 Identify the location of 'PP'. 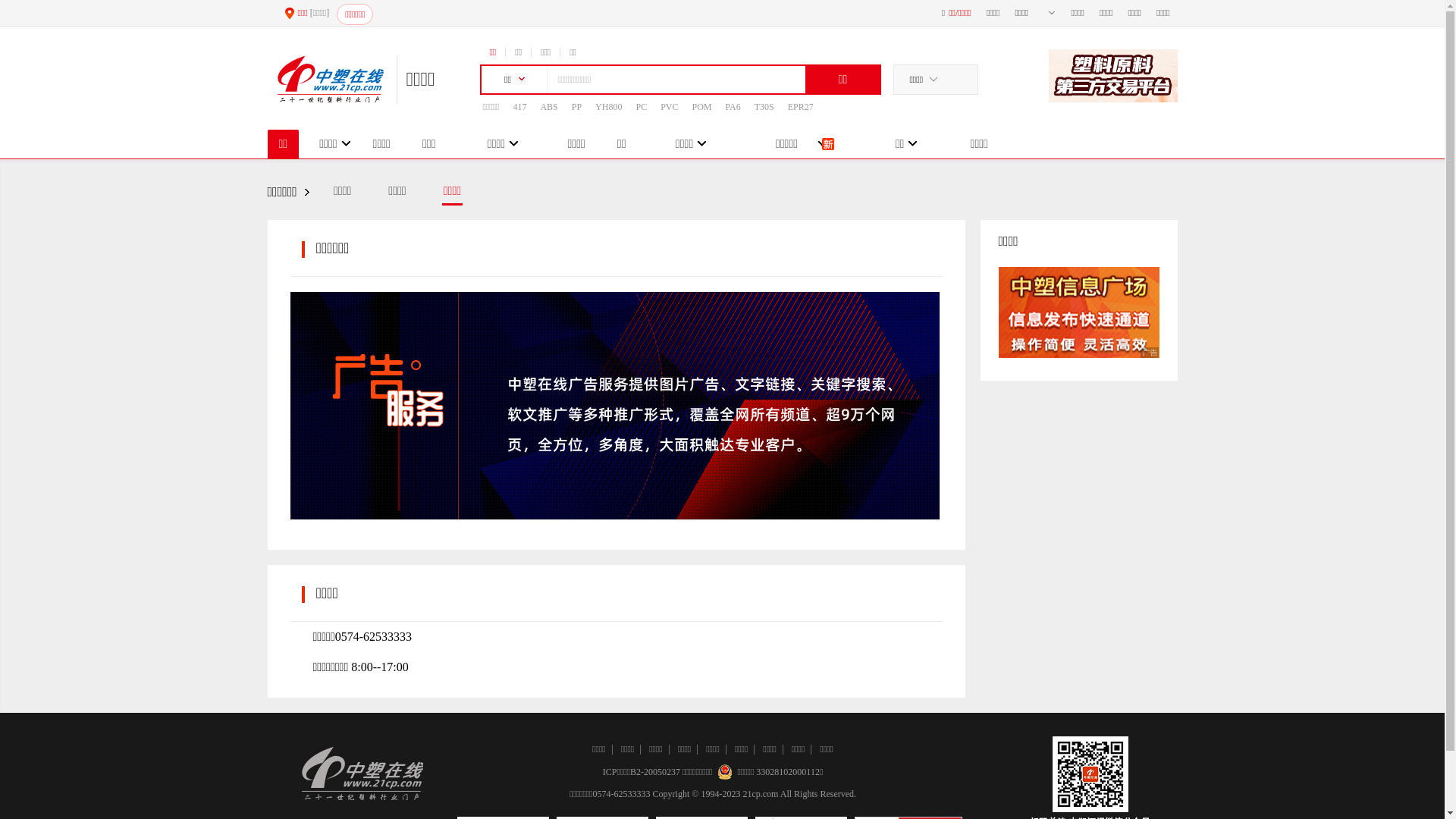
(576, 106).